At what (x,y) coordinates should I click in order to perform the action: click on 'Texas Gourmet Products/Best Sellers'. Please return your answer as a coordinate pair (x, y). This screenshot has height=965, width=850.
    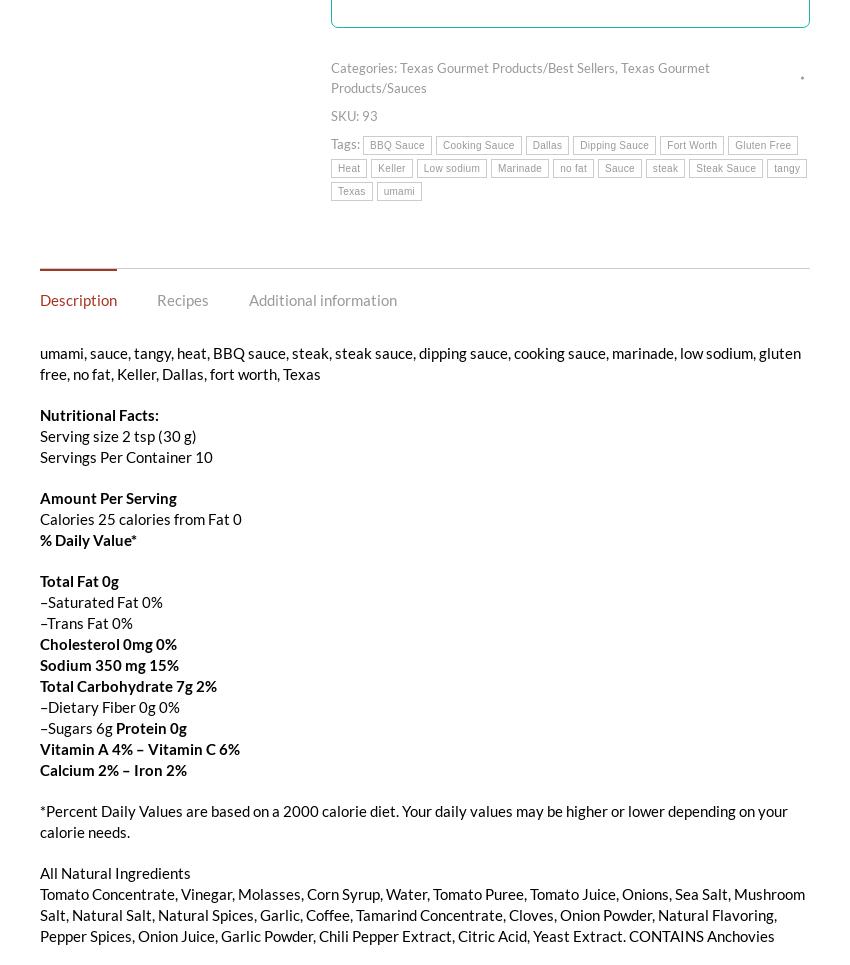
    Looking at the image, I should click on (507, 66).